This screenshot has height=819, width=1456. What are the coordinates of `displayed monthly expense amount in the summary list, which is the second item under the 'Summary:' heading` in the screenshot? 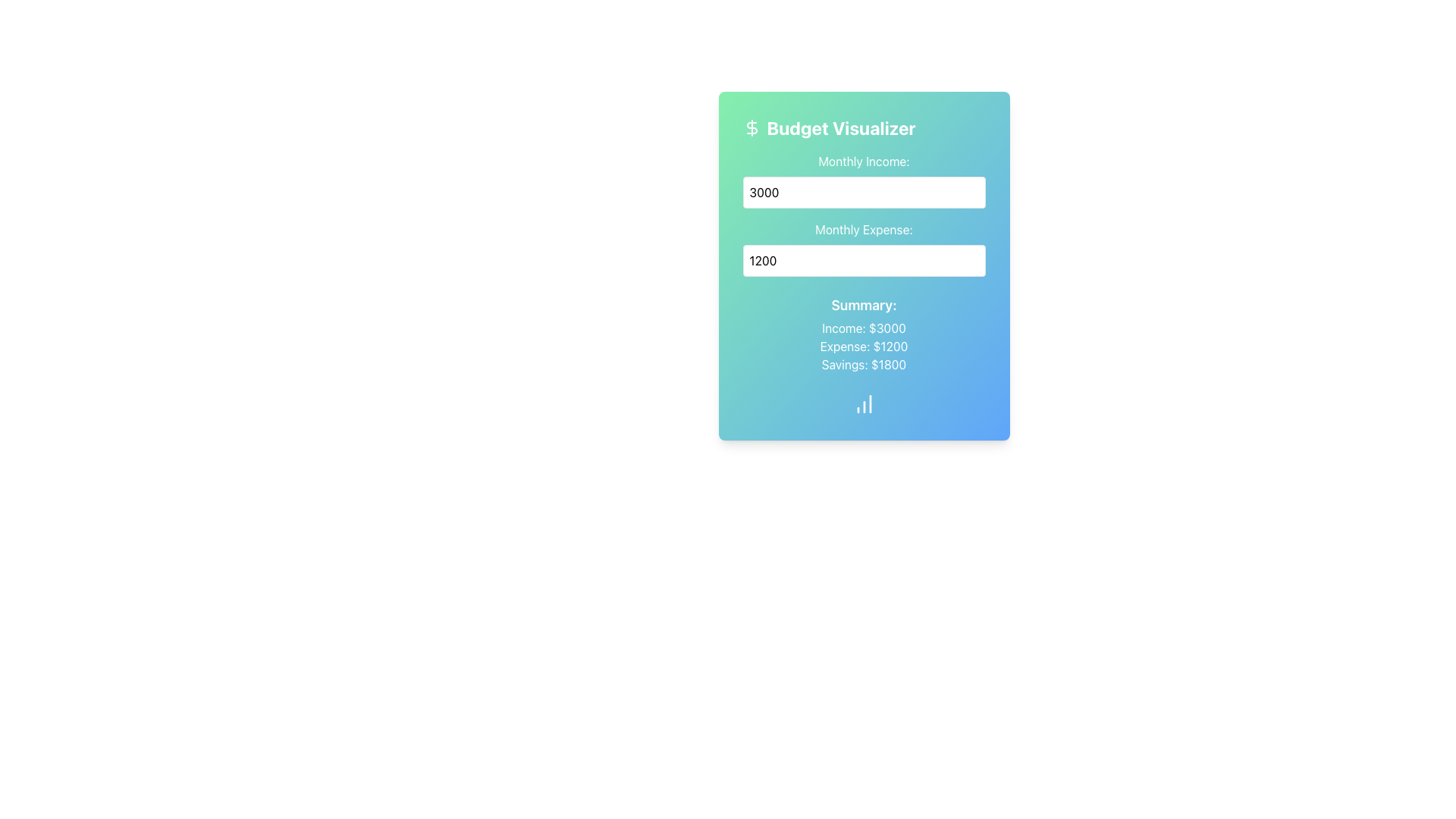 It's located at (864, 346).